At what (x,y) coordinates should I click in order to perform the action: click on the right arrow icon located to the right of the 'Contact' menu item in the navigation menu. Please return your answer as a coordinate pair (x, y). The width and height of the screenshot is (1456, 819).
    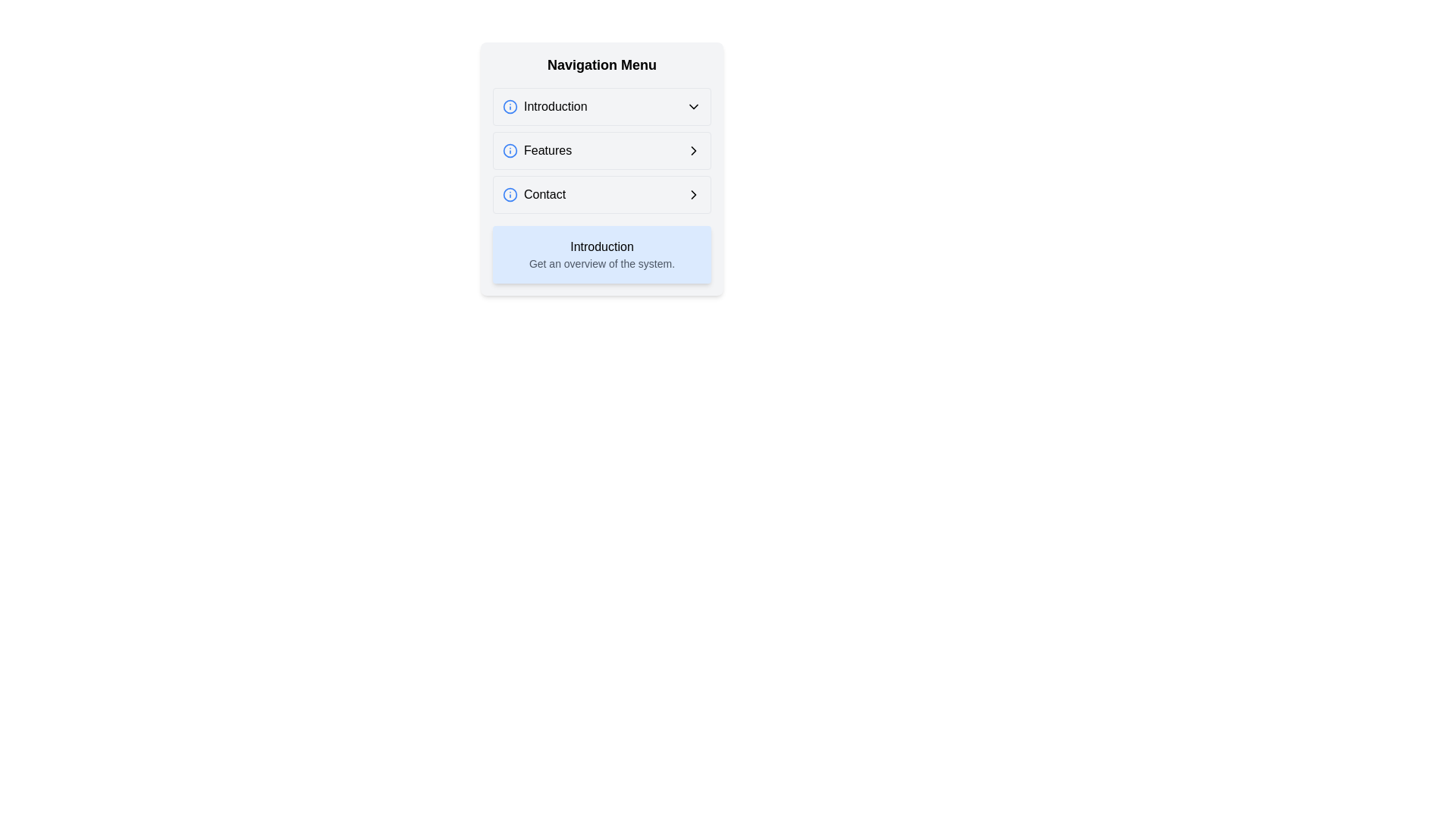
    Looking at the image, I should click on (693, 194).